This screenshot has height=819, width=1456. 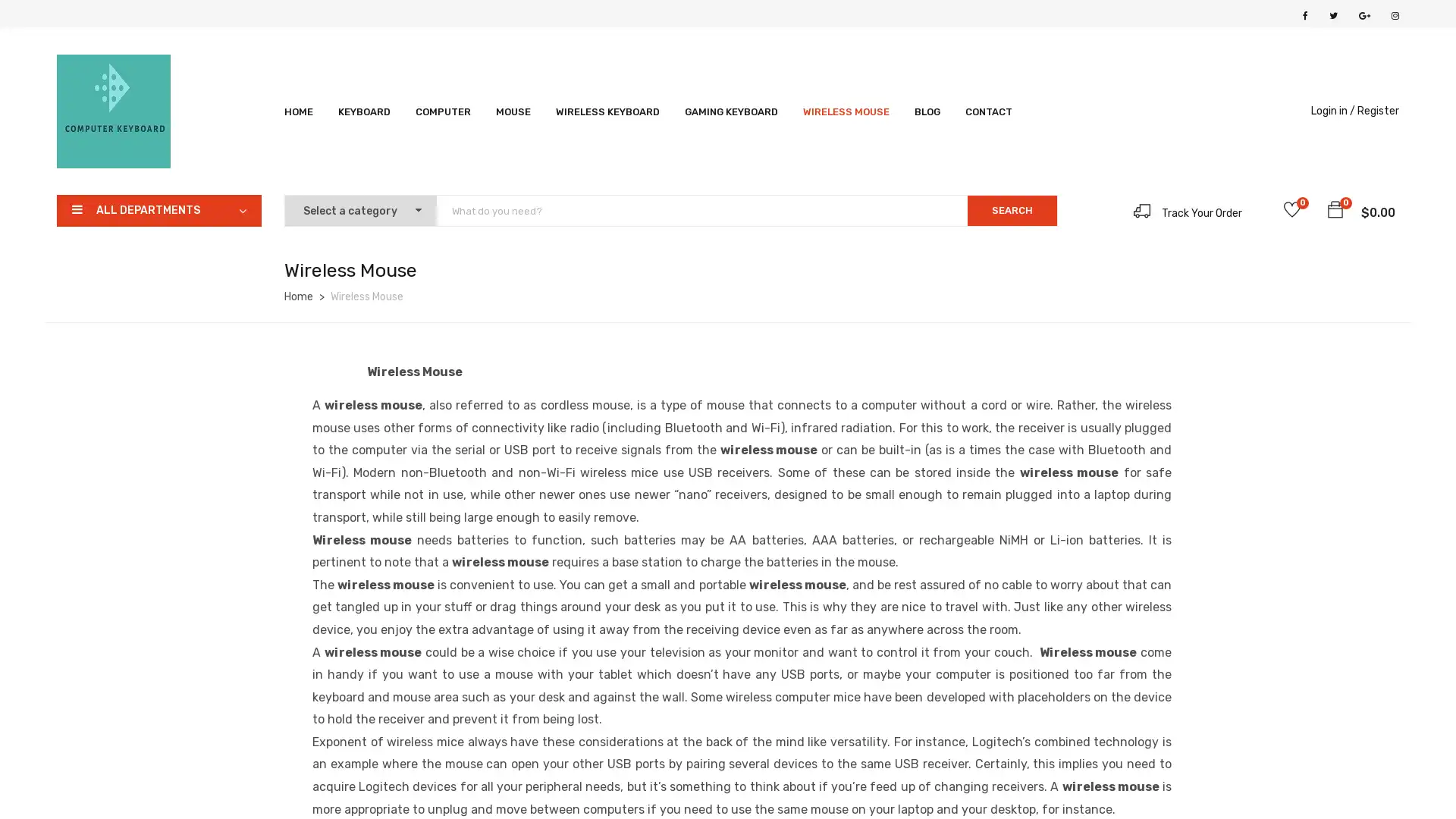 I want to click on SEARCH, so click(x=1012, y=210).